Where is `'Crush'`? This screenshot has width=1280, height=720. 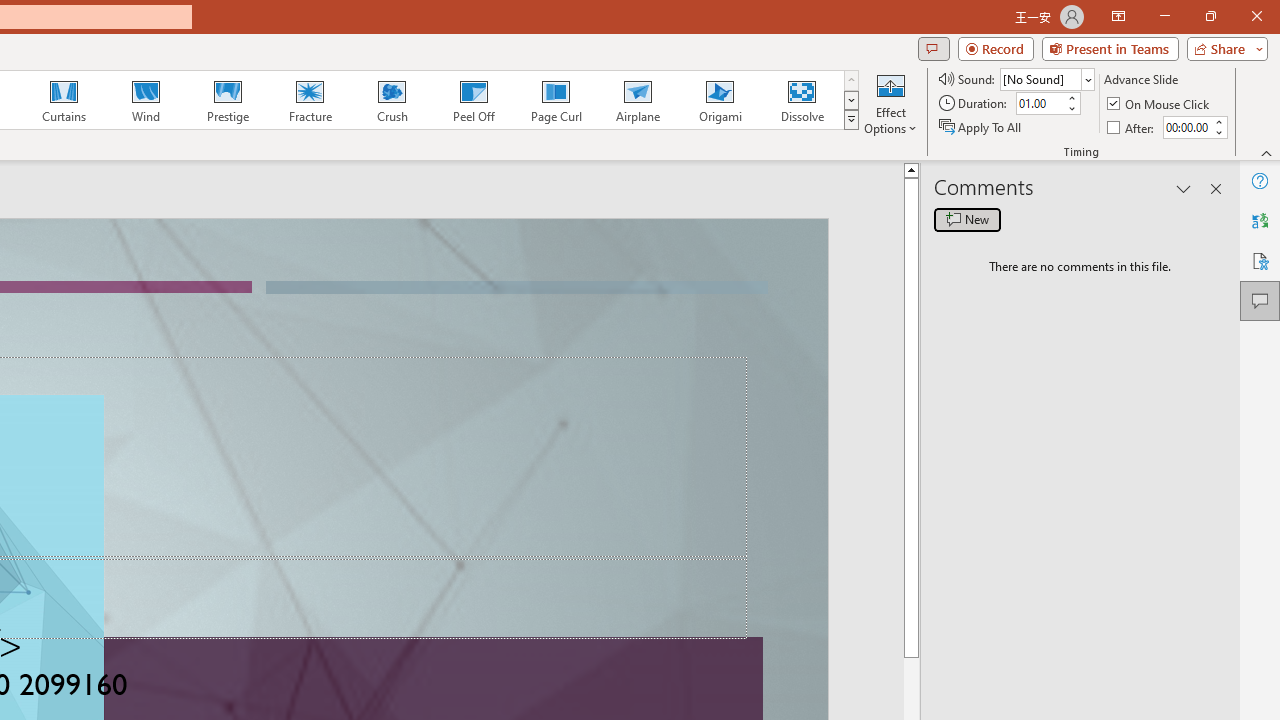
'Crush' is located at coordinates (391, 100).